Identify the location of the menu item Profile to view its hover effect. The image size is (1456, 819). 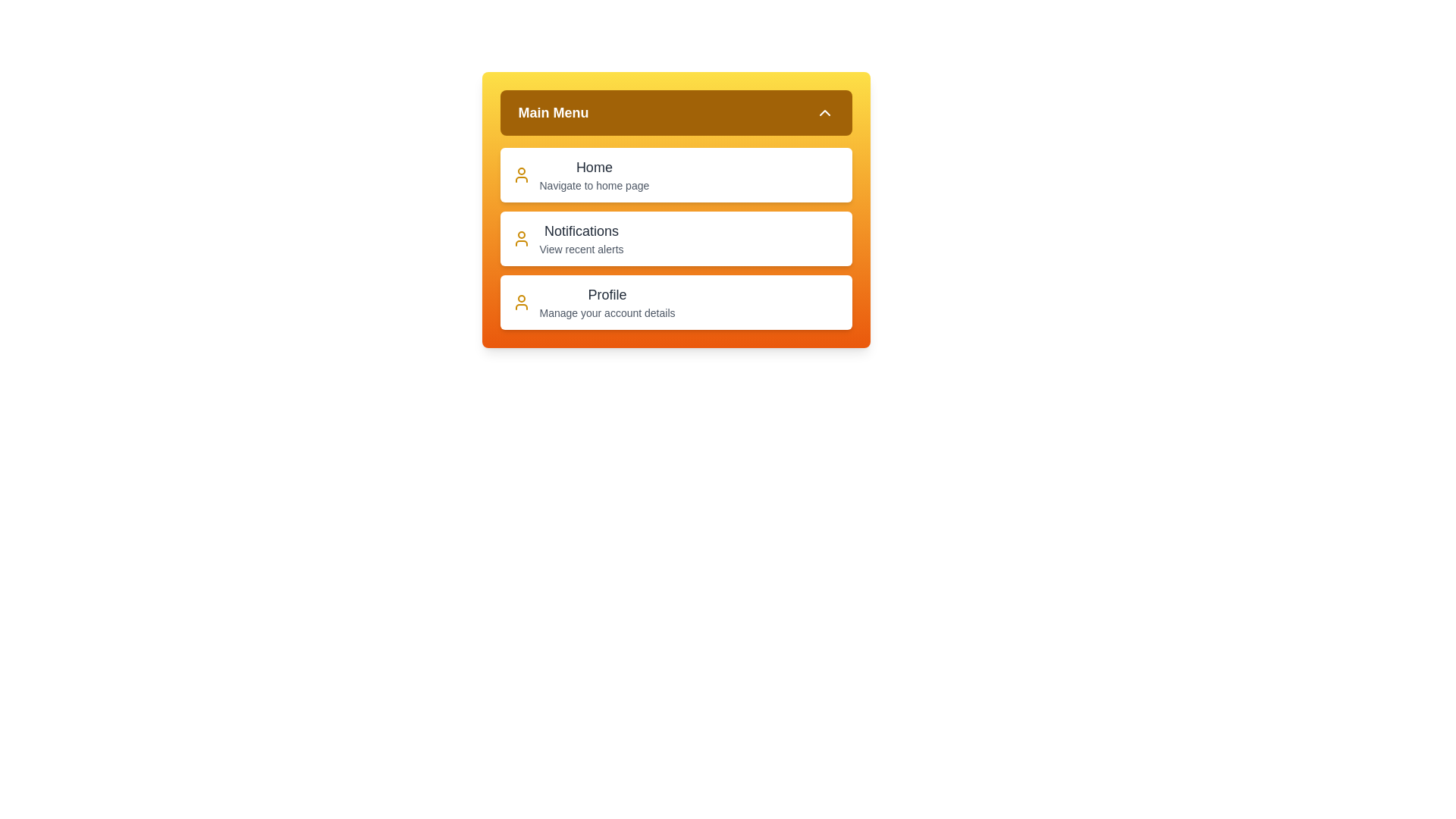
(675, 302).